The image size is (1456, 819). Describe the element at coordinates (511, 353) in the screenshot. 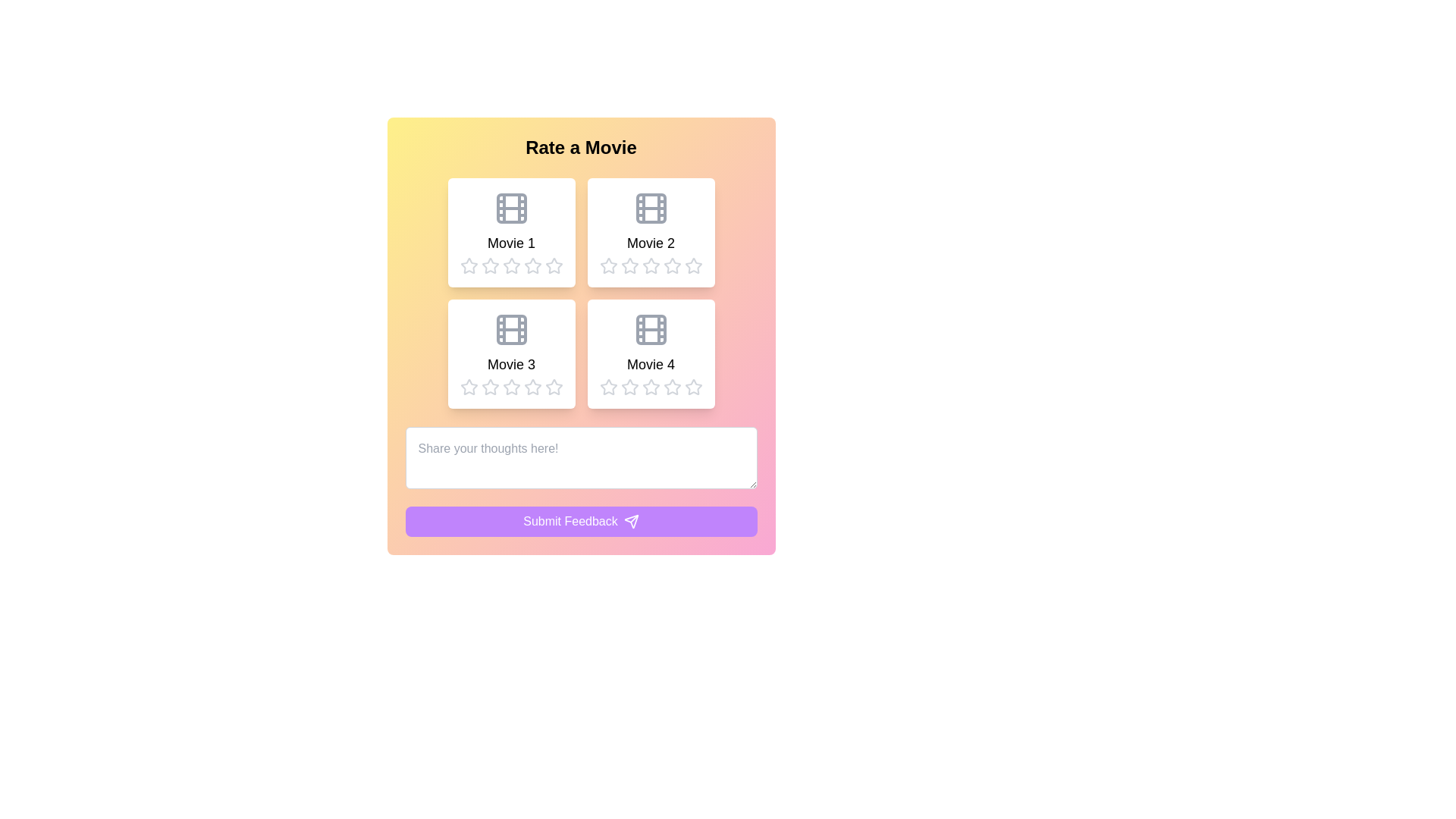

I see `the movie card titled 'Movie 3' located in the bottom-left corner of the grid` at that location.